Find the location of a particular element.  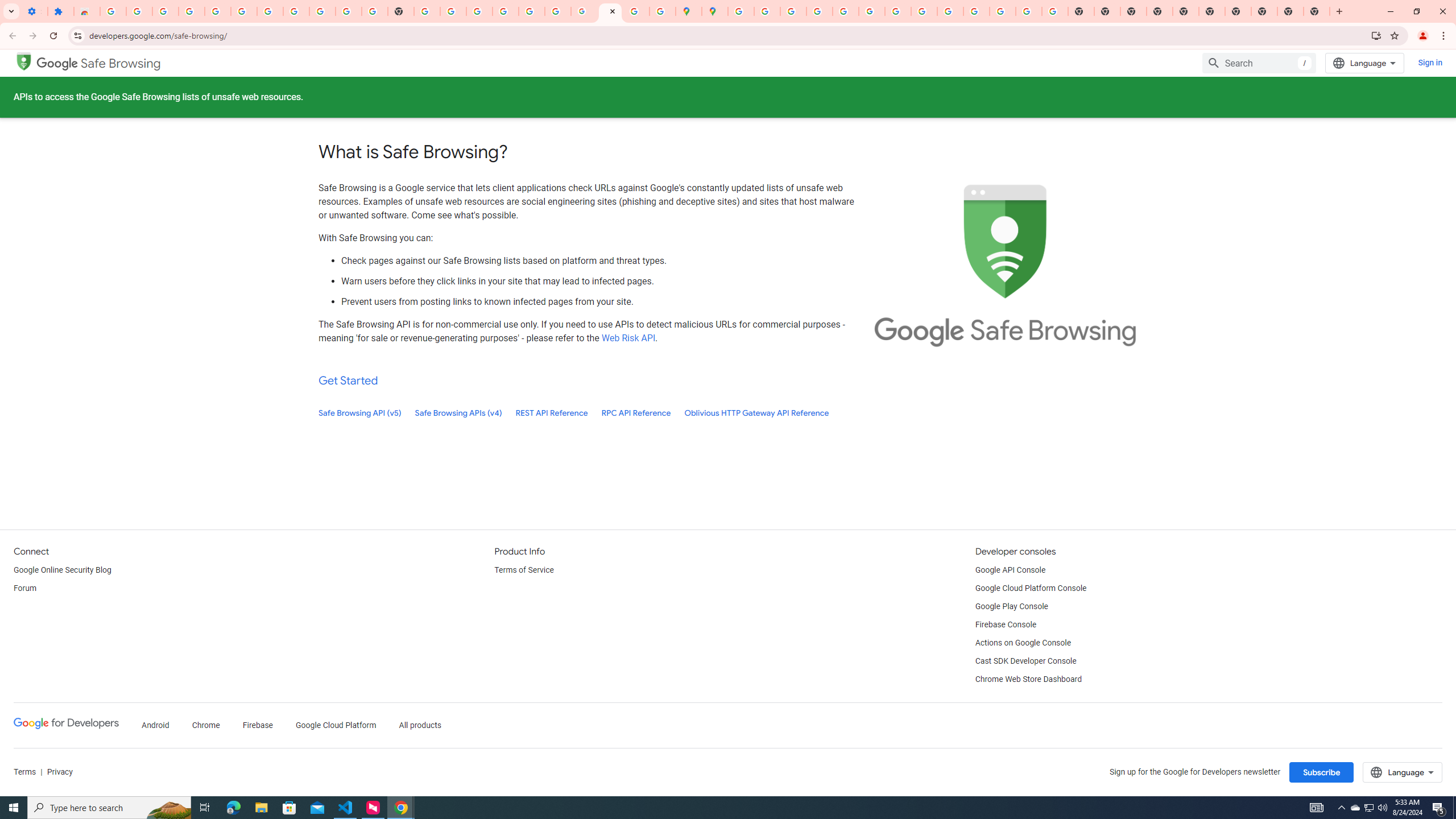

'Firebase' is located at coordinates (257, 725).